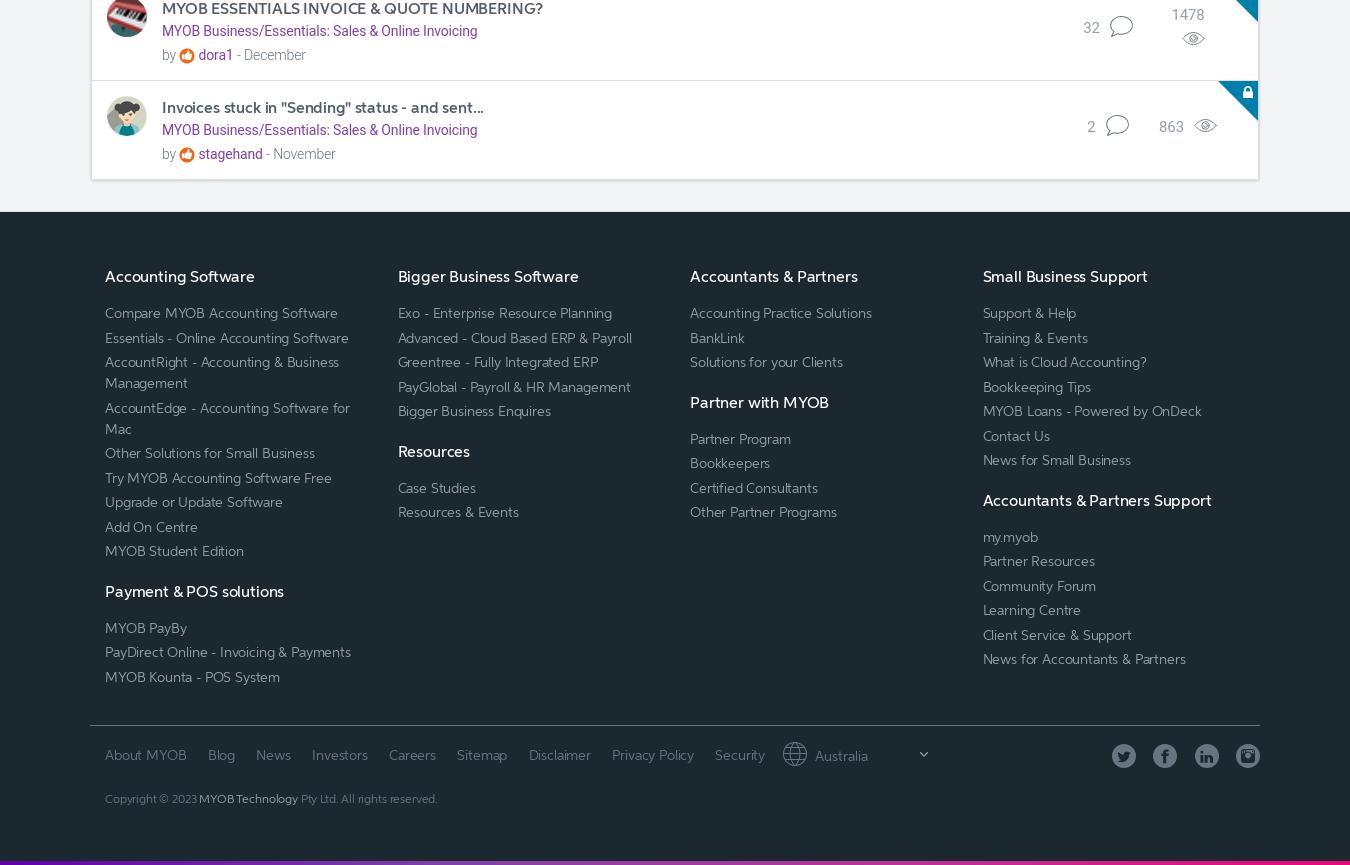 This screenshot has height=865, width=1350. I want to click on 'MYOB Loans - Powered by OnDeck', so click(1091, 410).